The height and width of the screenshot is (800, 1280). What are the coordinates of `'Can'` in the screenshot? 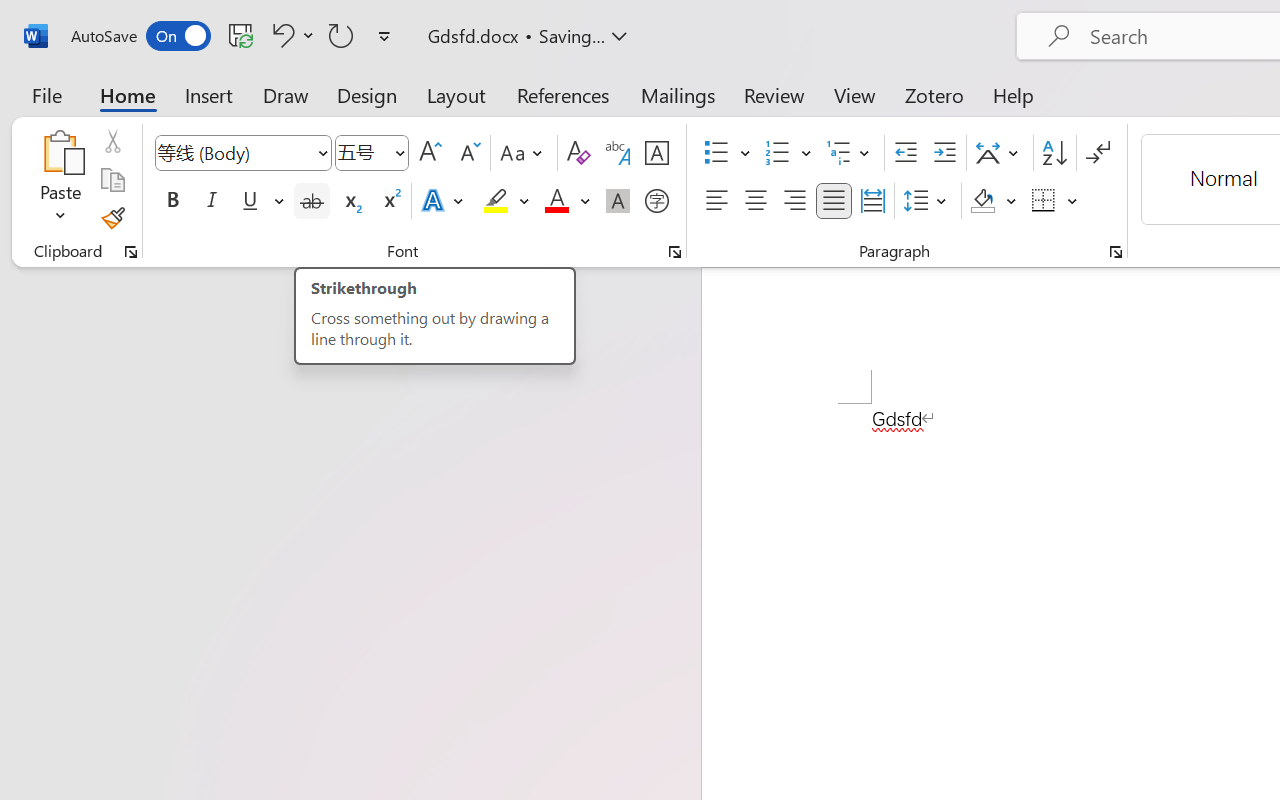 It's located at (341, 34).